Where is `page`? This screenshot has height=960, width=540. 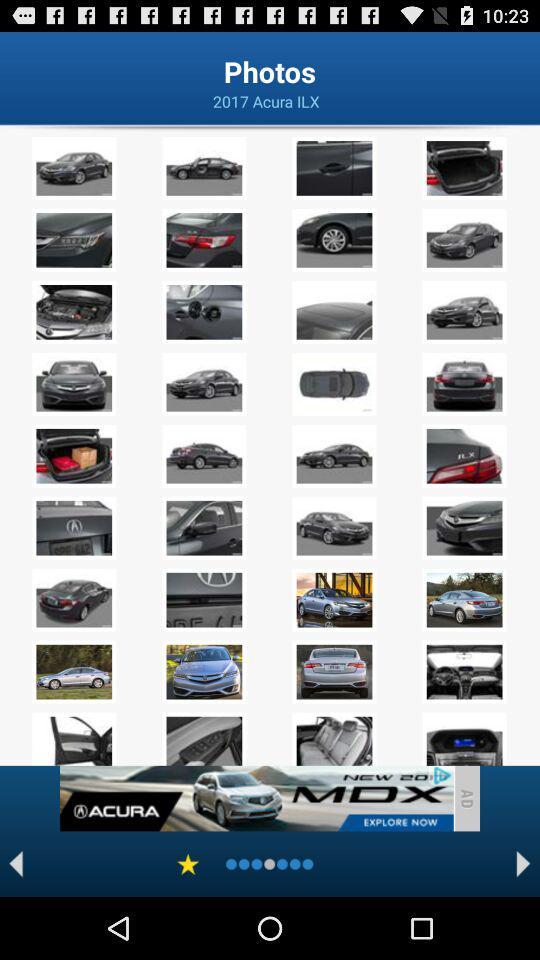
page is located at coordinates (188, 863).